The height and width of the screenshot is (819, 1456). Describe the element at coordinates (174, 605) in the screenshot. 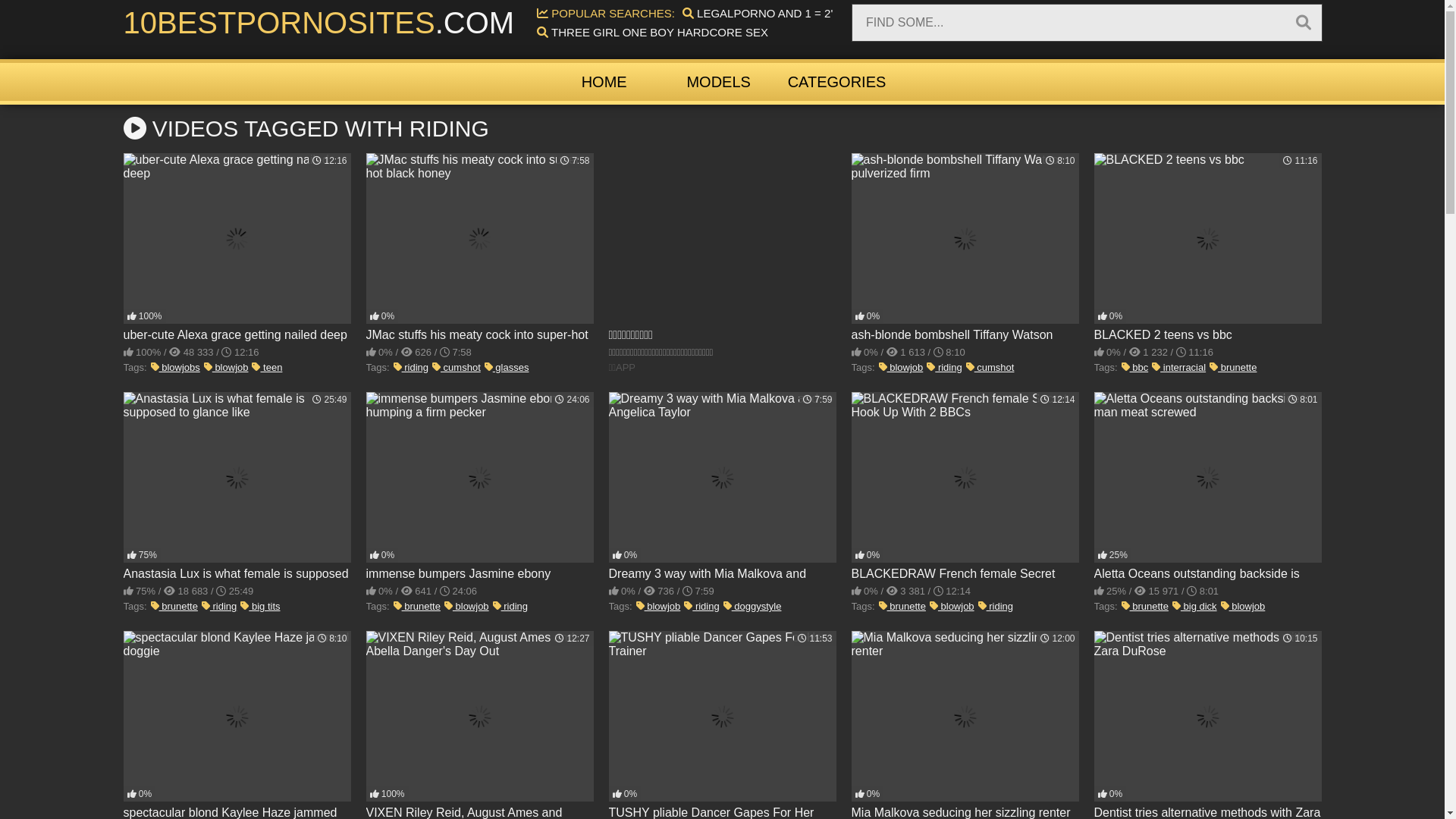

I see `'brunette'` at that location.